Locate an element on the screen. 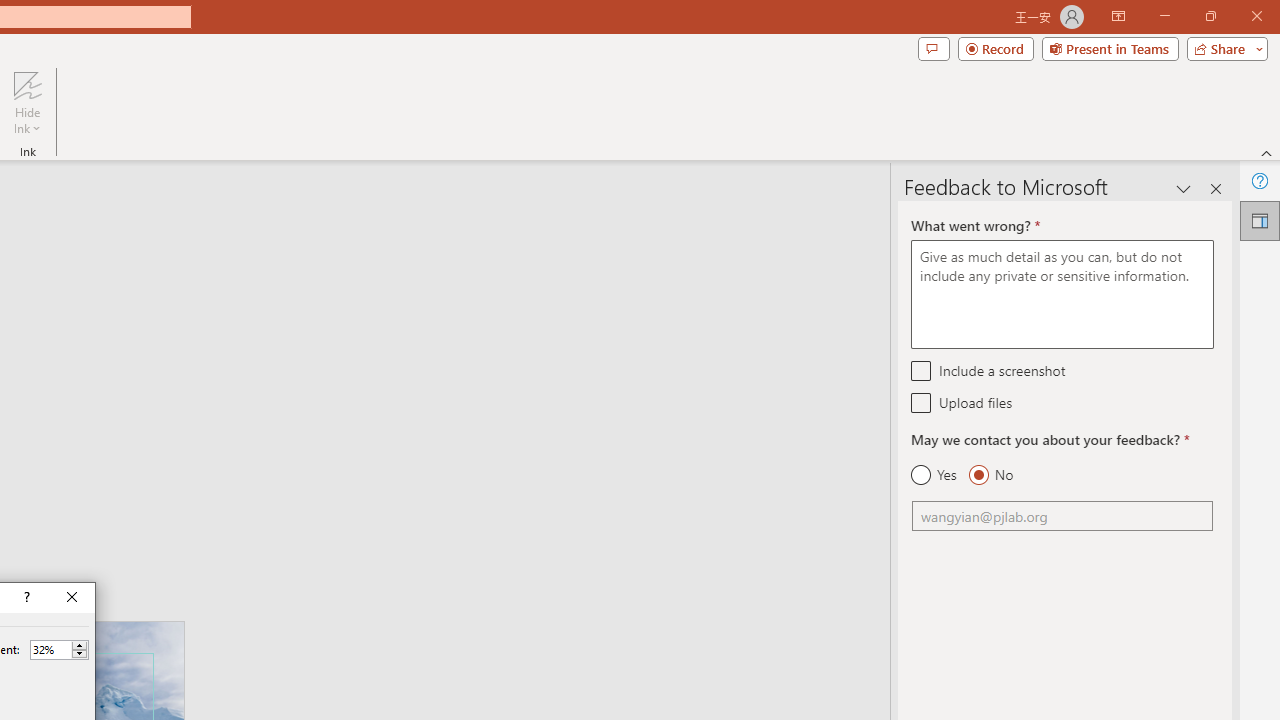 Image resolution: width=1280 pixels, height=720 pixels. 'What went wrong? *' is located at coordinates (1061, 294).